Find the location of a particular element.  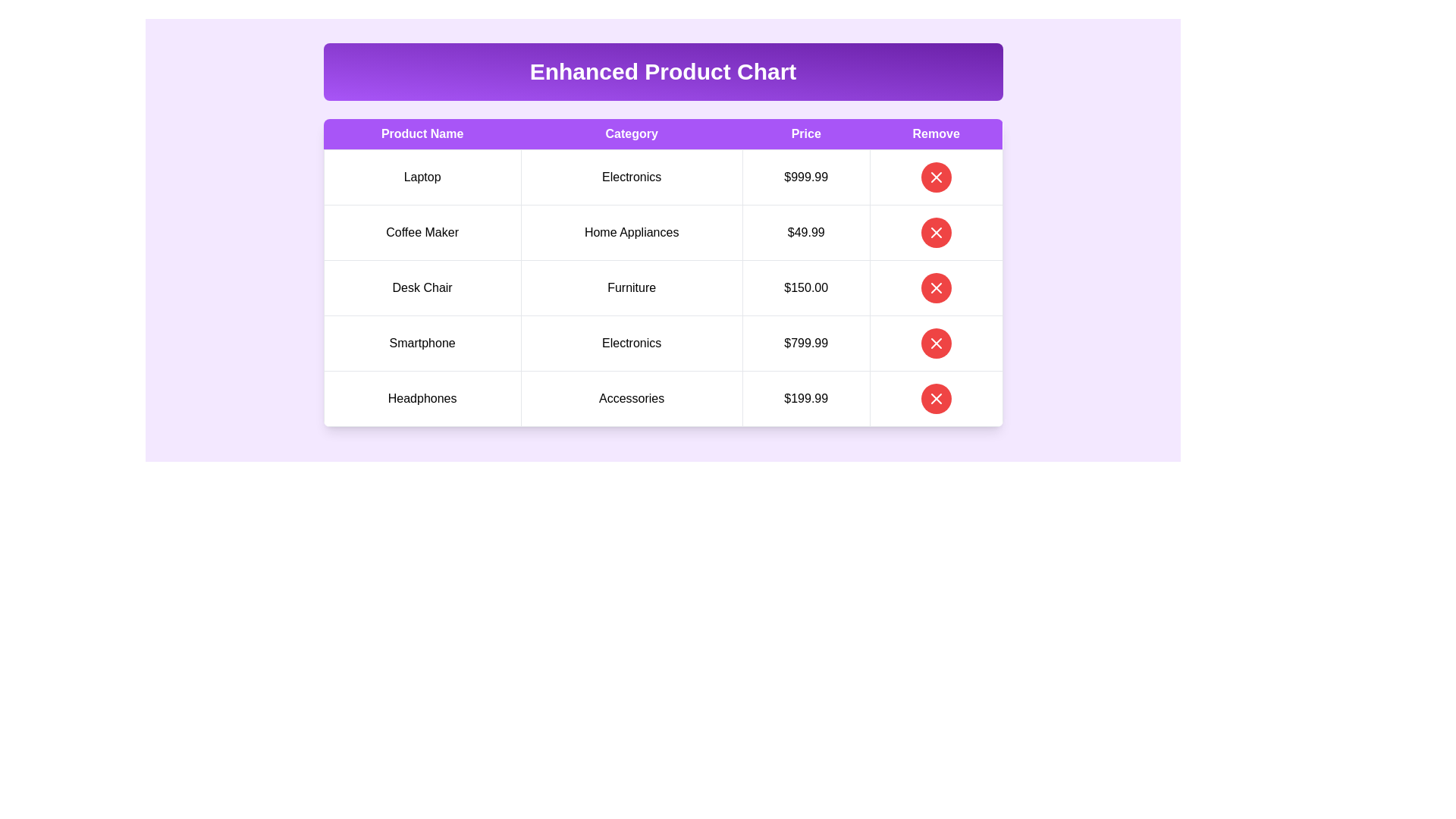

the text label 'Smartphone' located in the fourth row of the product chart under the 'Product Name' column is located at coordinates (422, 343).